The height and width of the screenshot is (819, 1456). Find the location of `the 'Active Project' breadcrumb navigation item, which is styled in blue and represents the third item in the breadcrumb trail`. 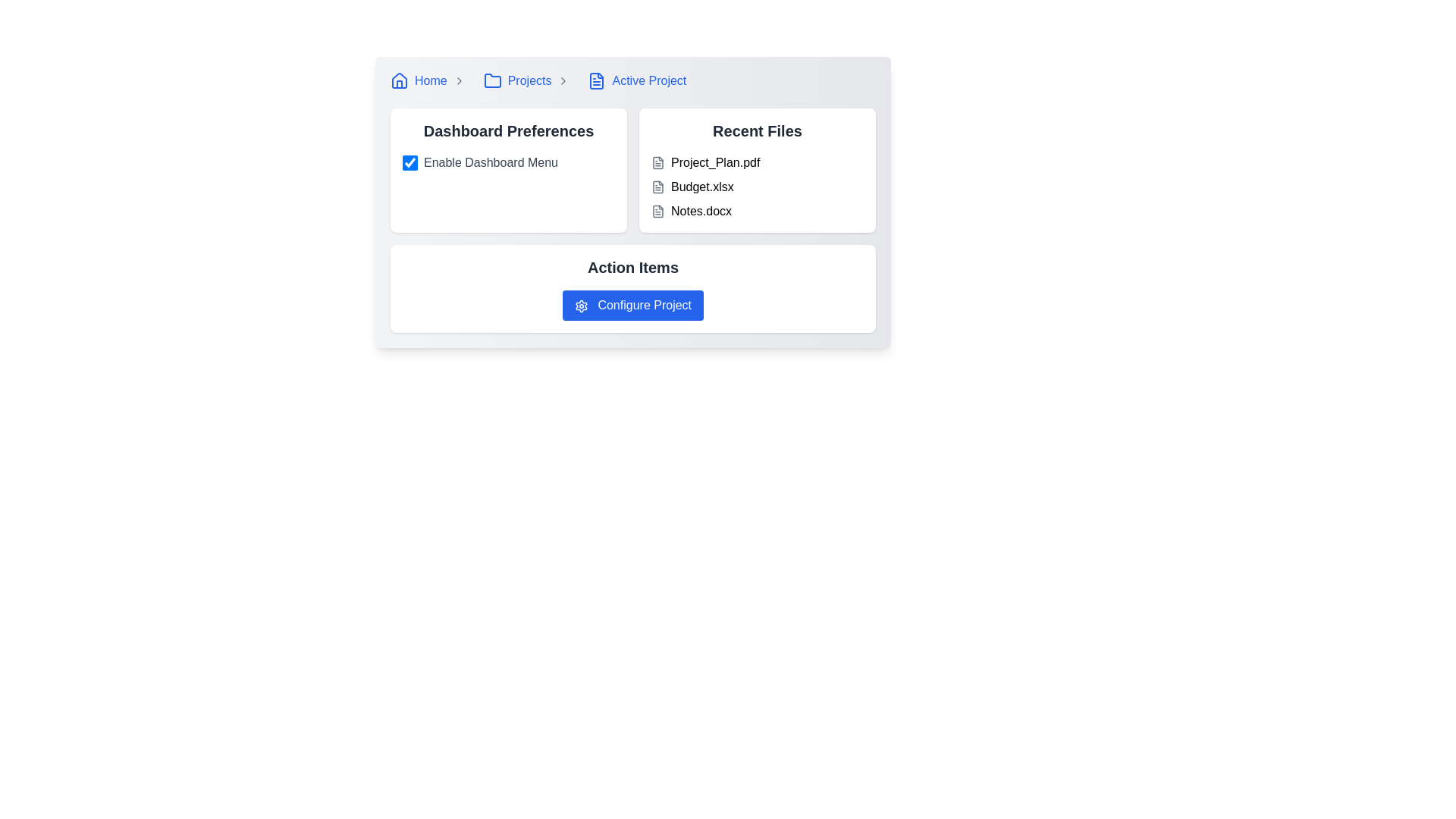

the 'Active Project' breadcrumb navigation item, which is styled in blue and represents the third item in the breadcrumb trail is located at coordinates (637, 81).